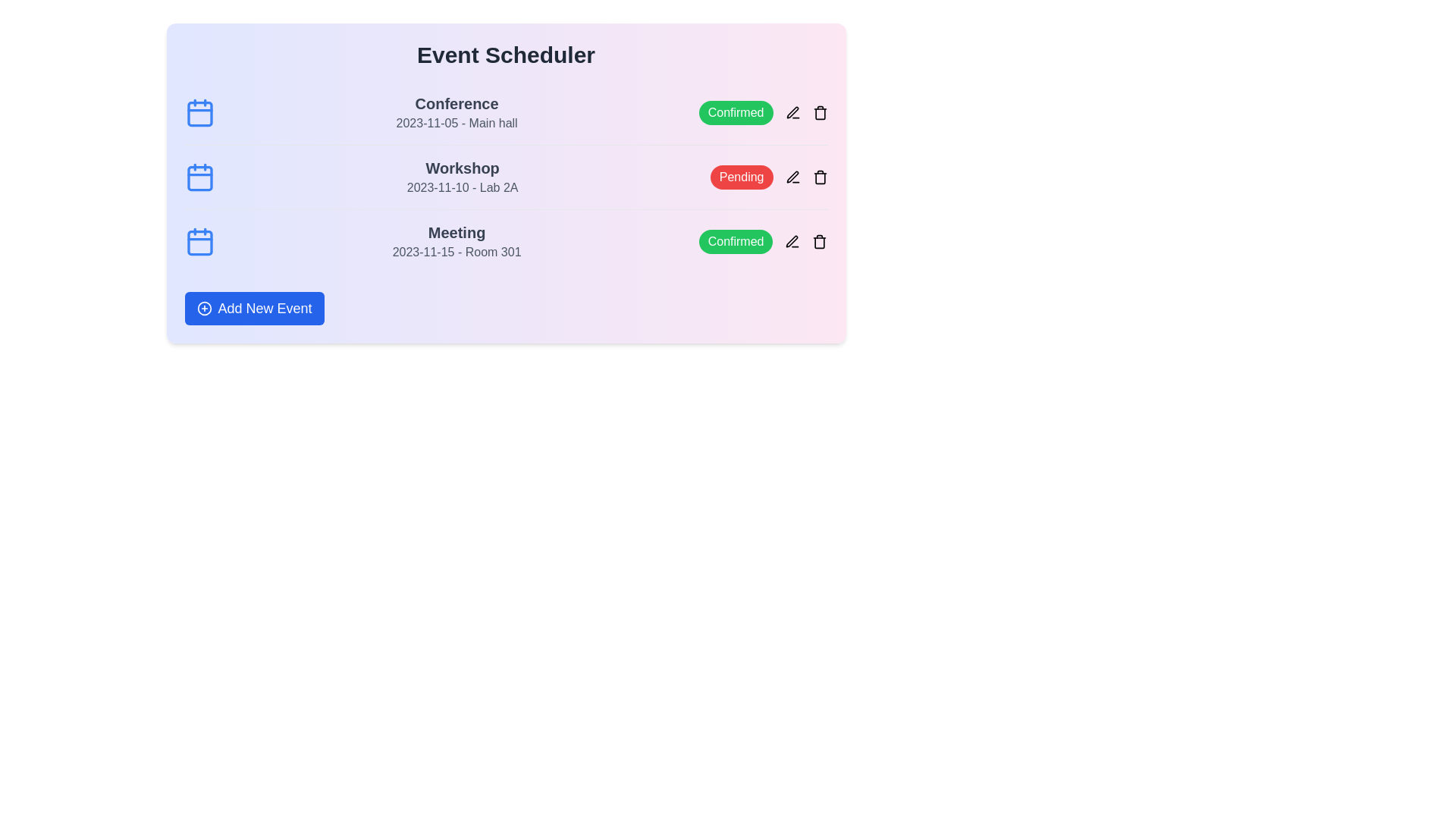 The height and width of the screenshot is (819, 1456). I want to click on the Text Display Block that contains the title 'Meeting' and details '2023-11-15 - Room 301' in the Event Scheduler section, so click(456, 241).